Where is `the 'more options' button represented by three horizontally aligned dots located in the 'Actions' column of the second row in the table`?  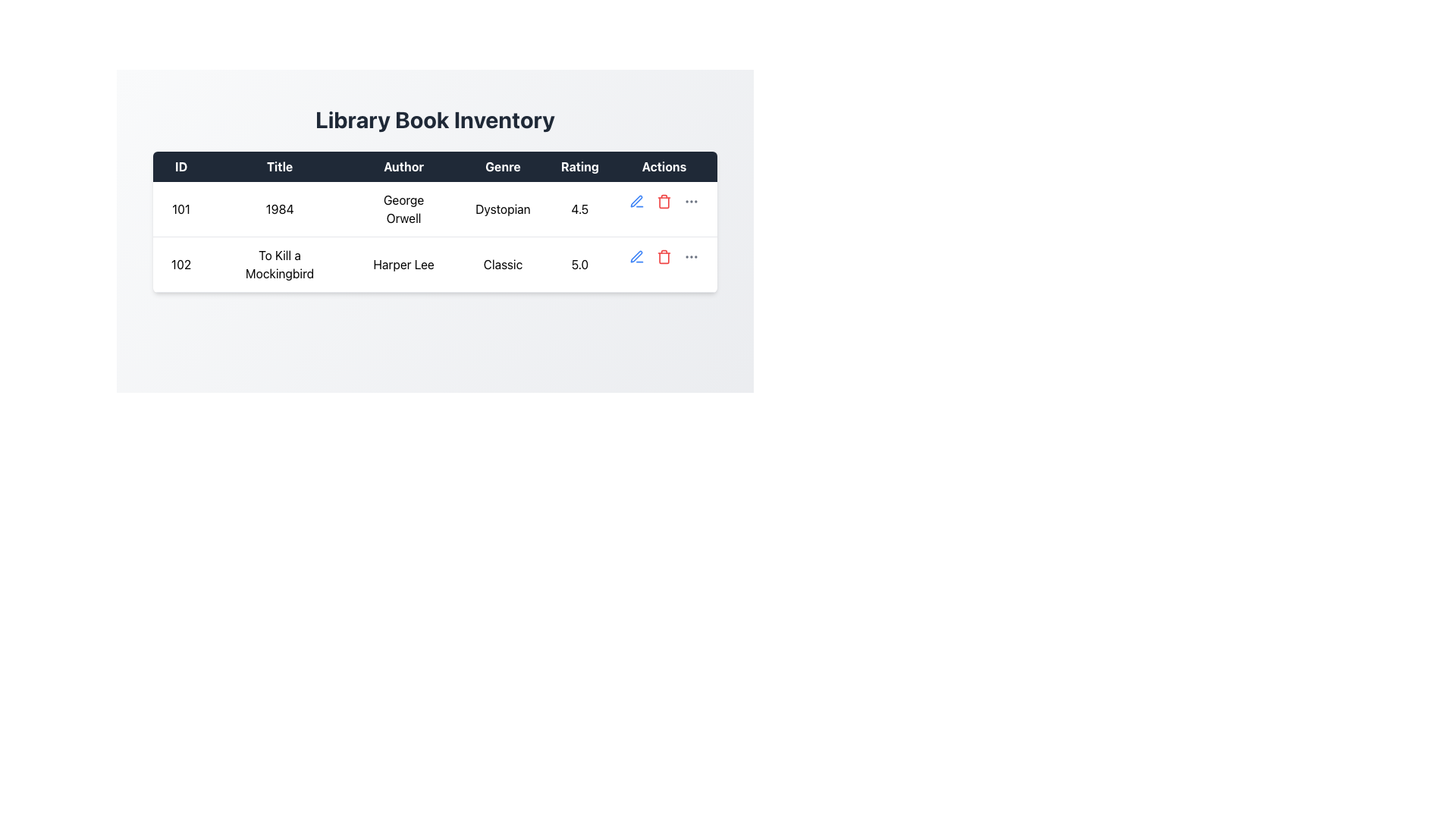
the 'more options' button represented by three horizontally aligned dots located in the 'Actions' column of the second row in the table is located at coordinates (691, 254).